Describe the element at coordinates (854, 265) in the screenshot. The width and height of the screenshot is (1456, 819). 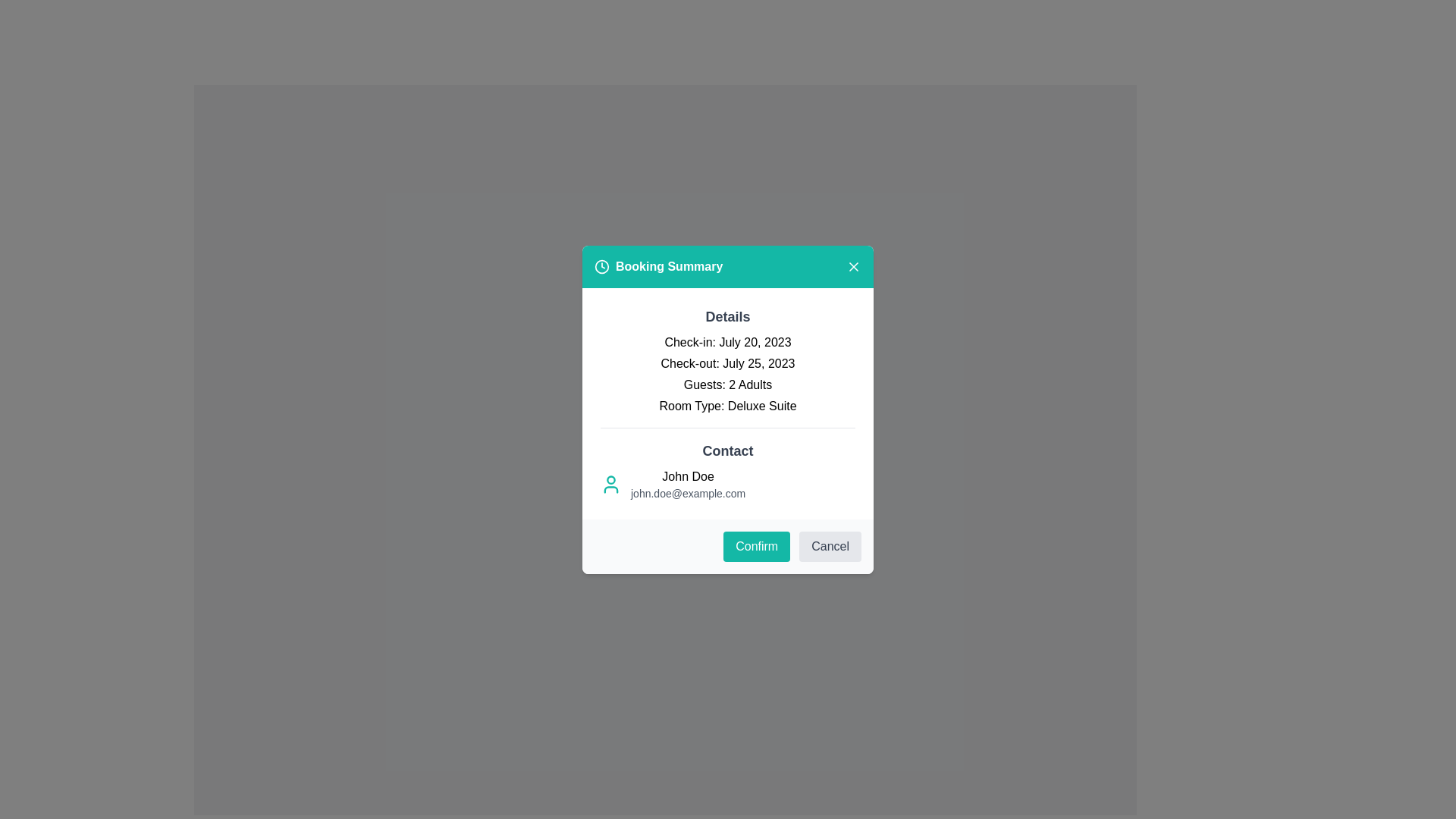
I see `the close button with an icon located in the top-right corner of the modal dialog` at that location.